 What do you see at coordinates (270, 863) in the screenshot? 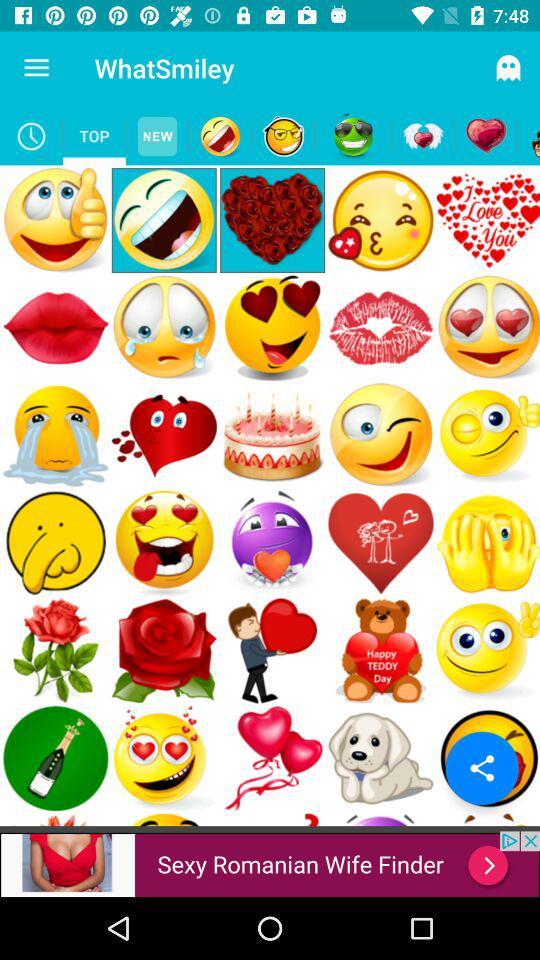
I see `open advertisement` at bounding box center [270, 863].